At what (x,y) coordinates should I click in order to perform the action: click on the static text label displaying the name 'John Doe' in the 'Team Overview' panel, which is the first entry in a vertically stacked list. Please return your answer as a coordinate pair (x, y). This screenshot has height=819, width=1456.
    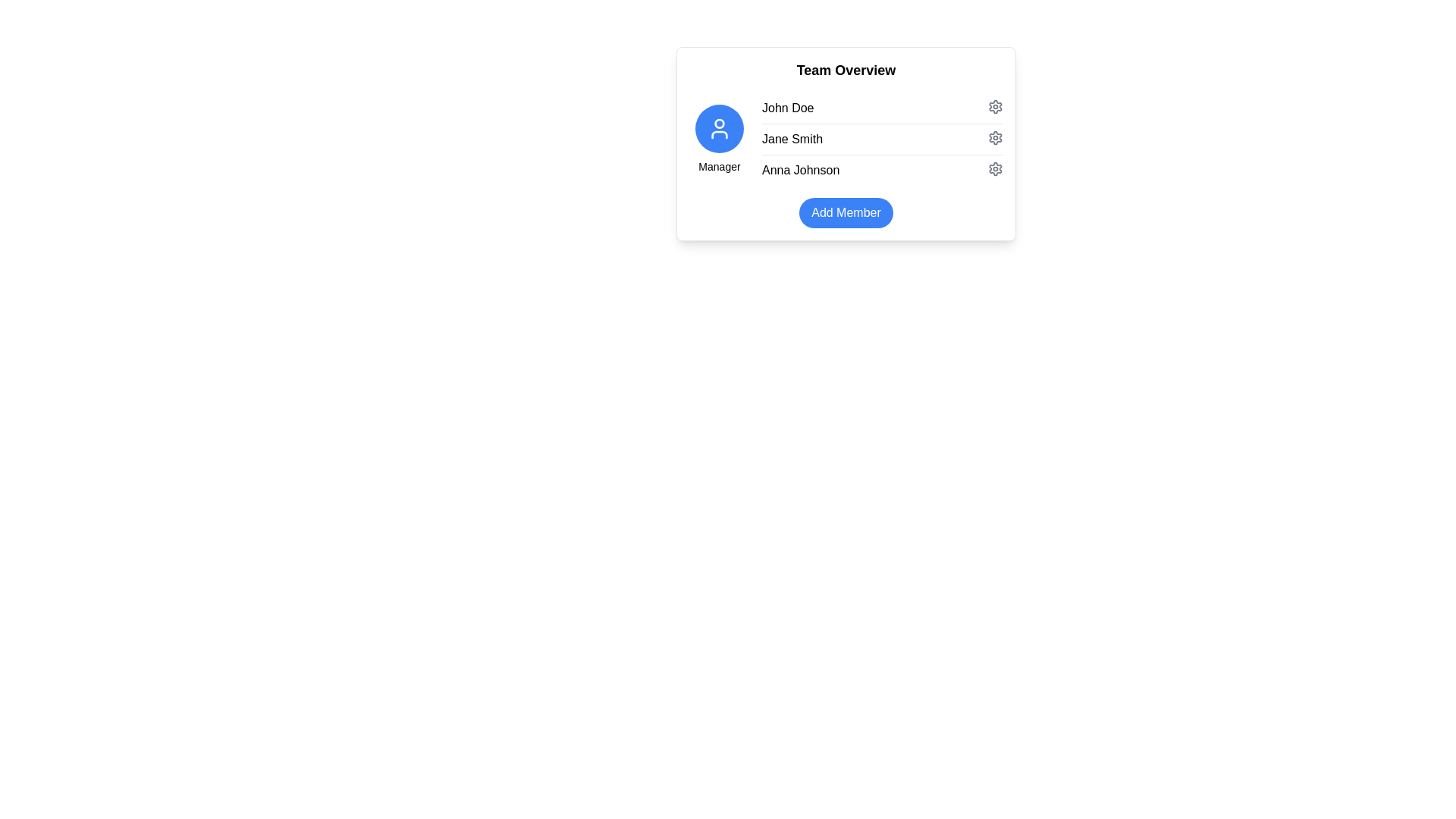
    Looking at the image, I should click on (788, 107).